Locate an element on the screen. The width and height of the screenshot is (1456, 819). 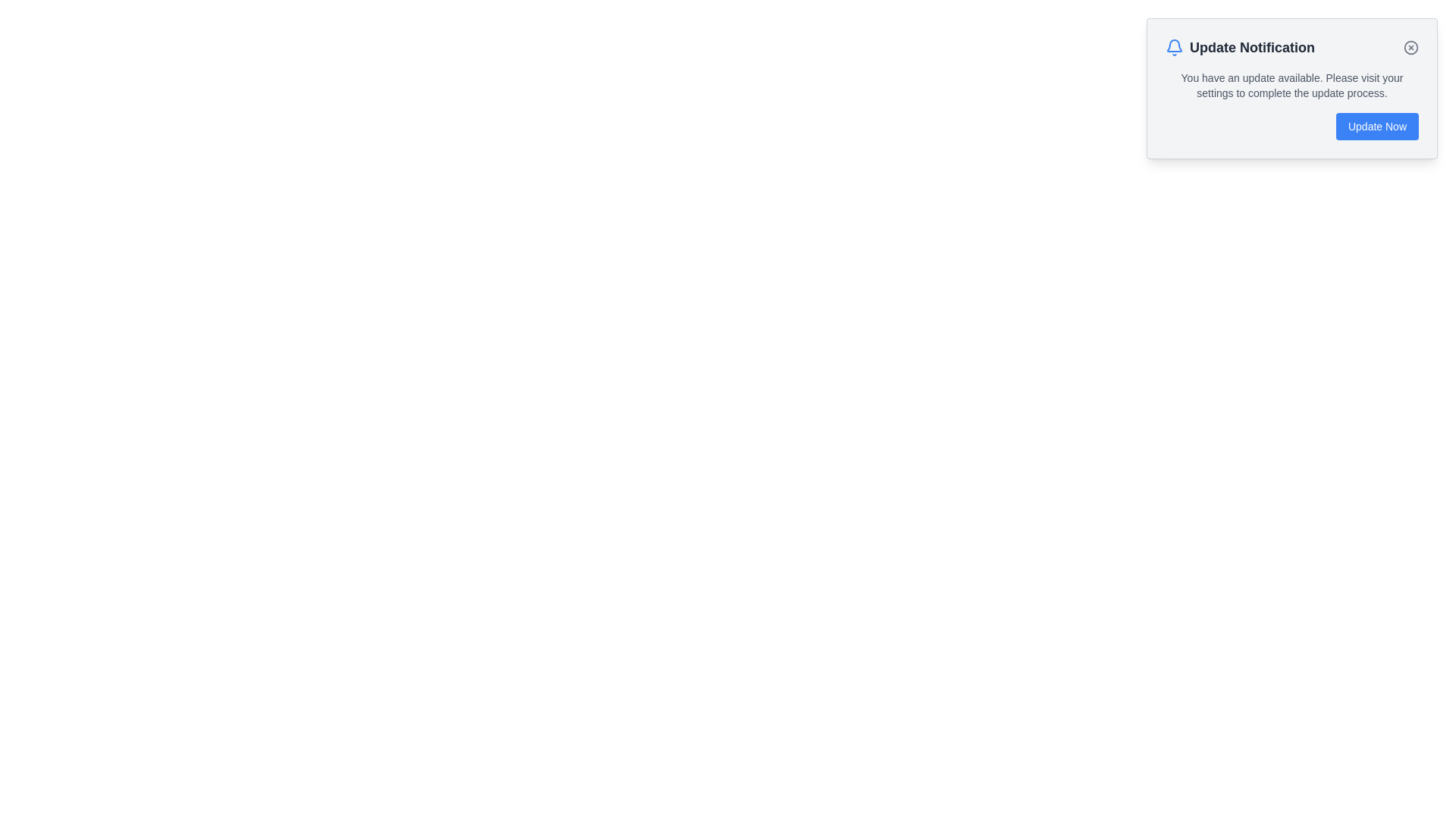
the 'Update Notification' text label which is styled in bold dark gray and located in the upper-left corner of the notification card, immediately to the right of the notification bell icon is located at coordinates (1252, 46).